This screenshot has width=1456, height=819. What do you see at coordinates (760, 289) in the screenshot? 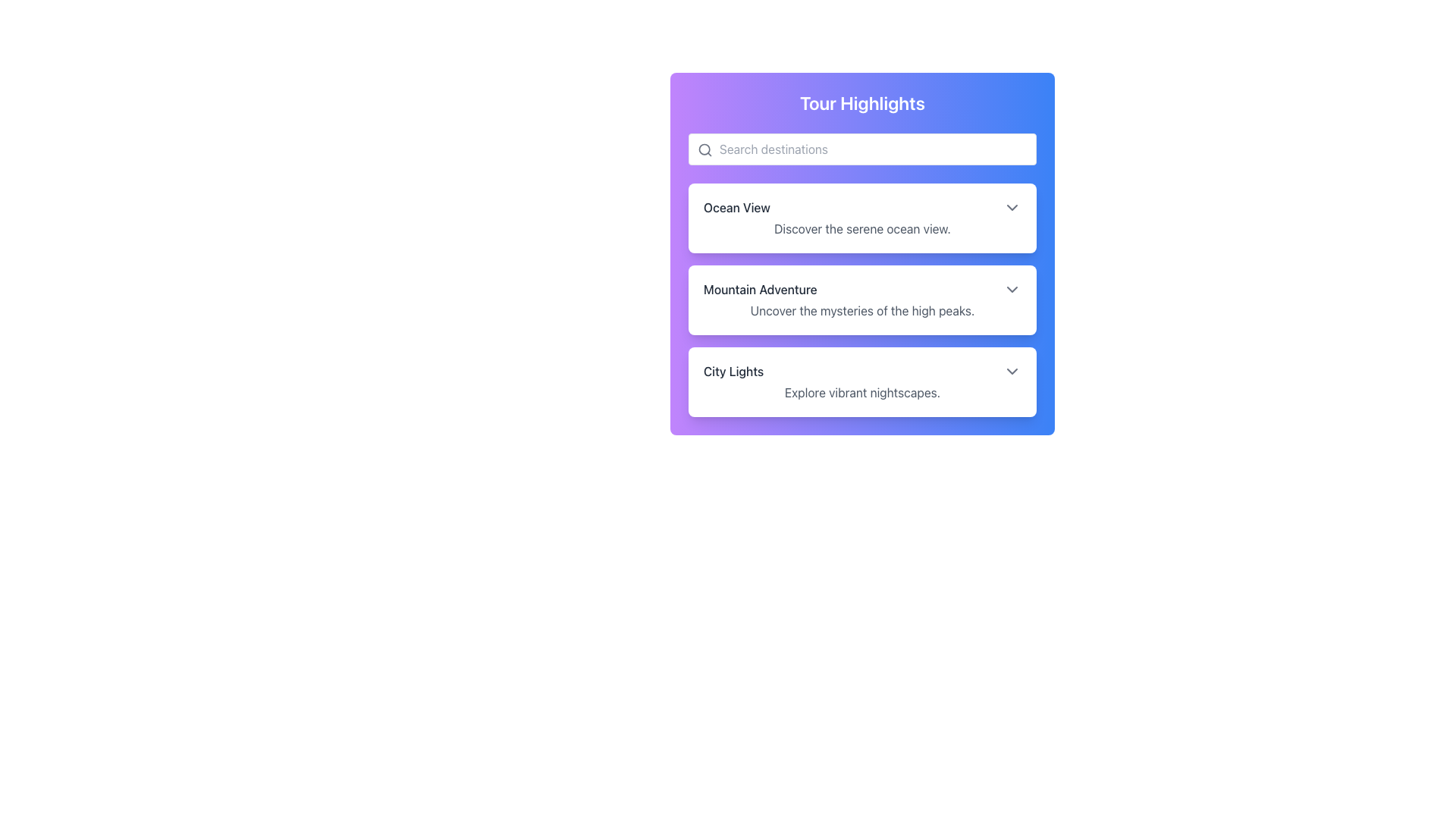
I see `label titled 'Mountain Adventure' which is positioned above the text 'Uncover the mysteries of the high peaks'` at bounding box center [760, 289].